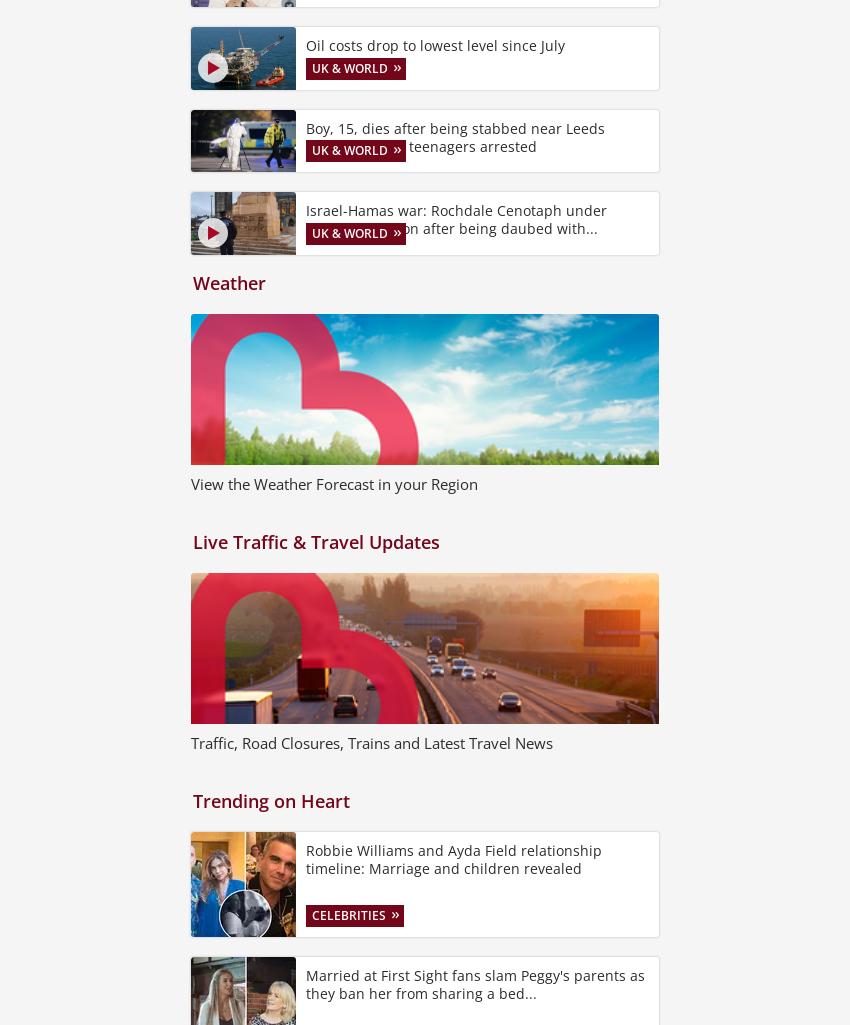 The image size is (850, 1025). I want to click on 'Robbie Williams and Ayda Field relationship timeline: Marriage and children revealed', so click(452, 859).